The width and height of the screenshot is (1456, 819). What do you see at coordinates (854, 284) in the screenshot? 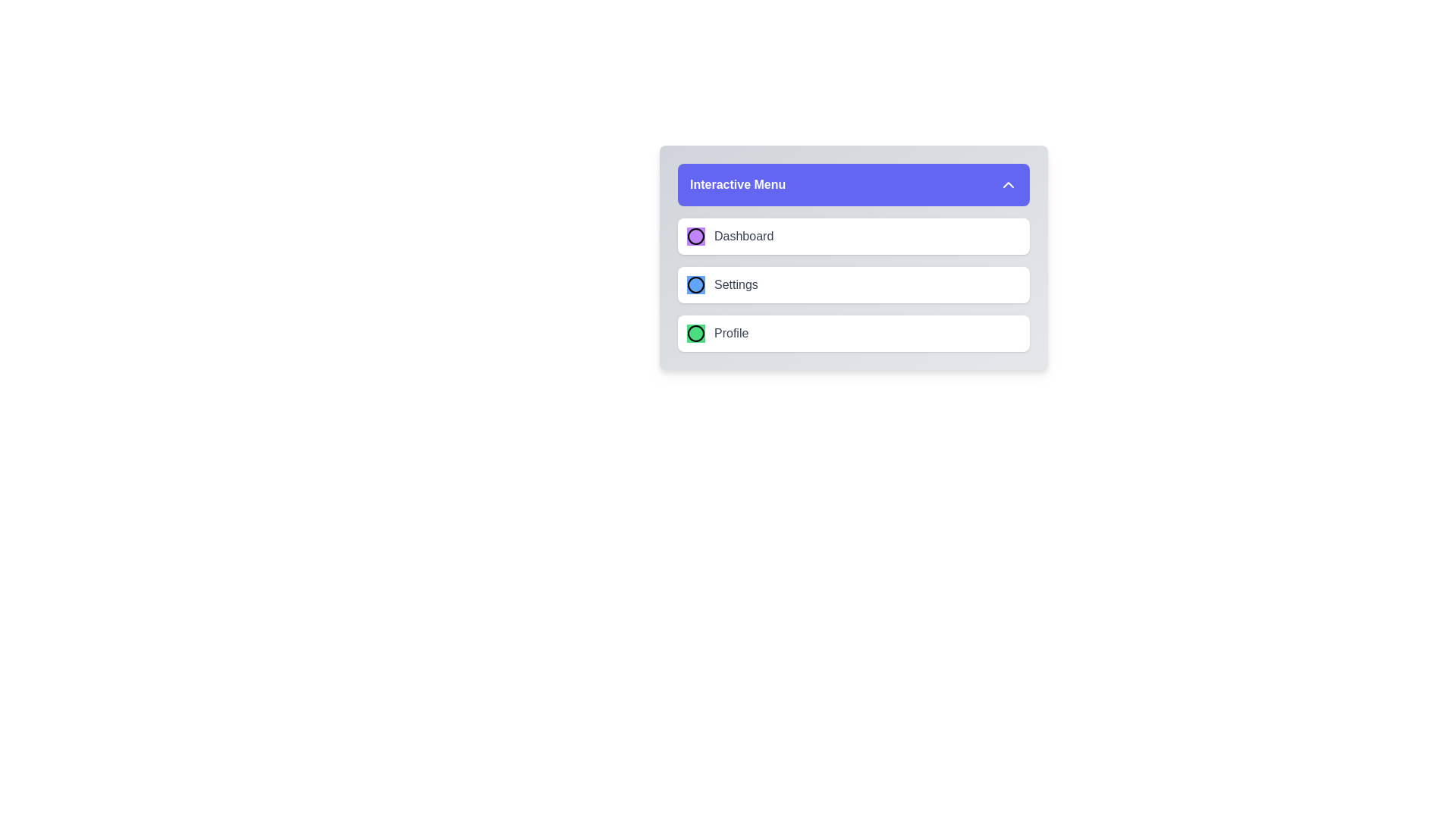
I see `the menu item Settings from the EnhancedMenu` at bounding box center [854, 284].